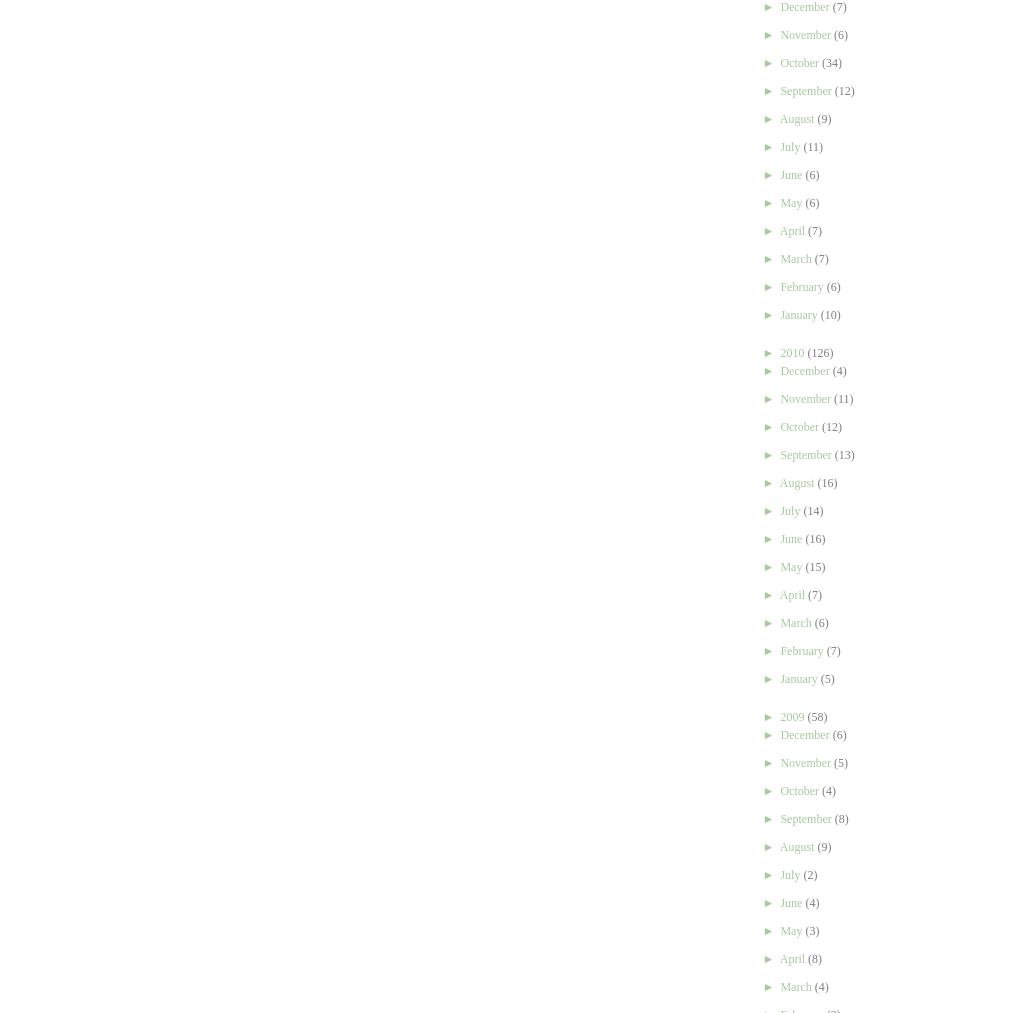 The image size is (1024, 1013). I want to click on '(10)', so click(828, 315).